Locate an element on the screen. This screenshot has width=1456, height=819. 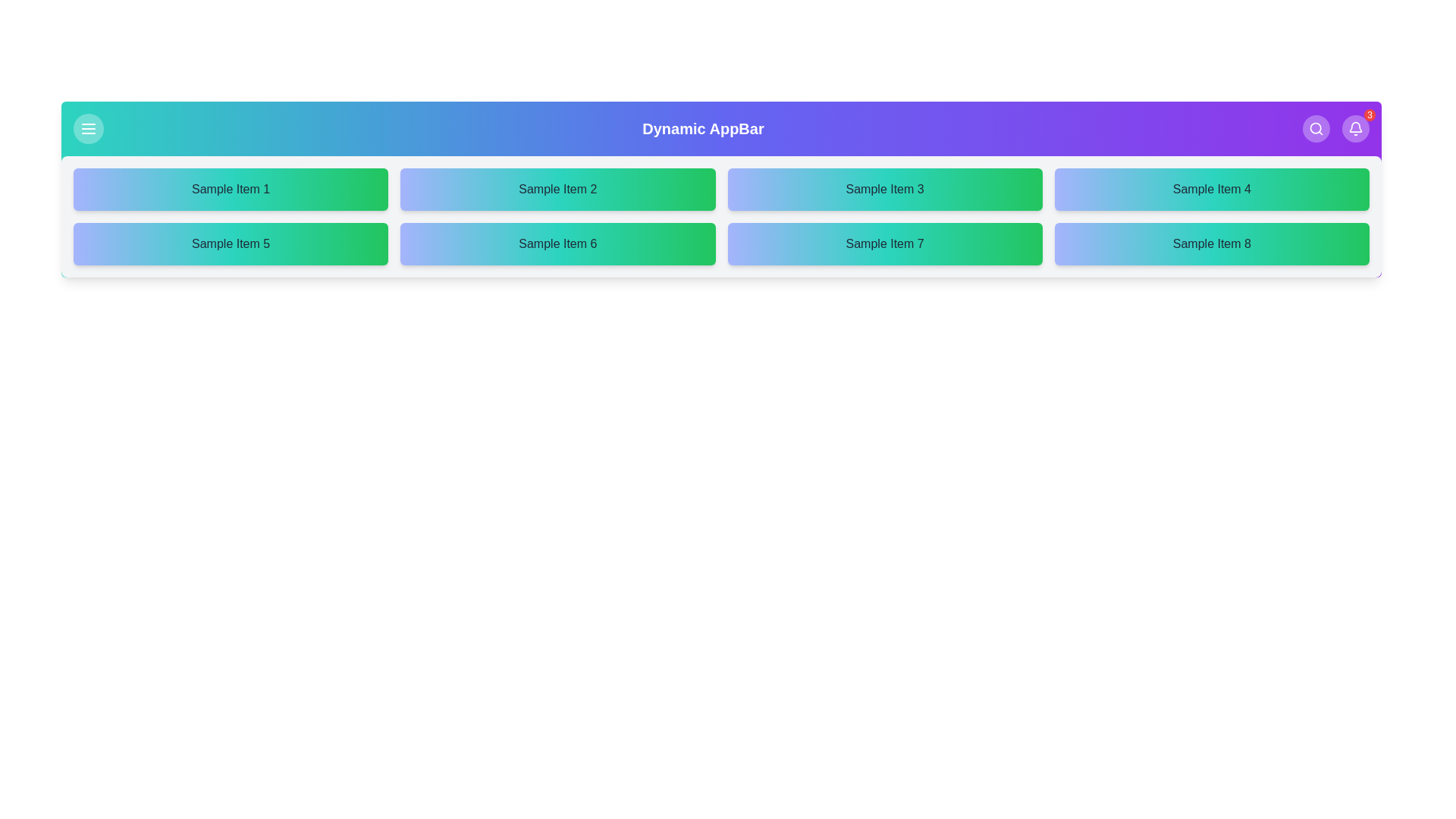
menu button to toggle the menu visibility is located at coordinates (87, 127).